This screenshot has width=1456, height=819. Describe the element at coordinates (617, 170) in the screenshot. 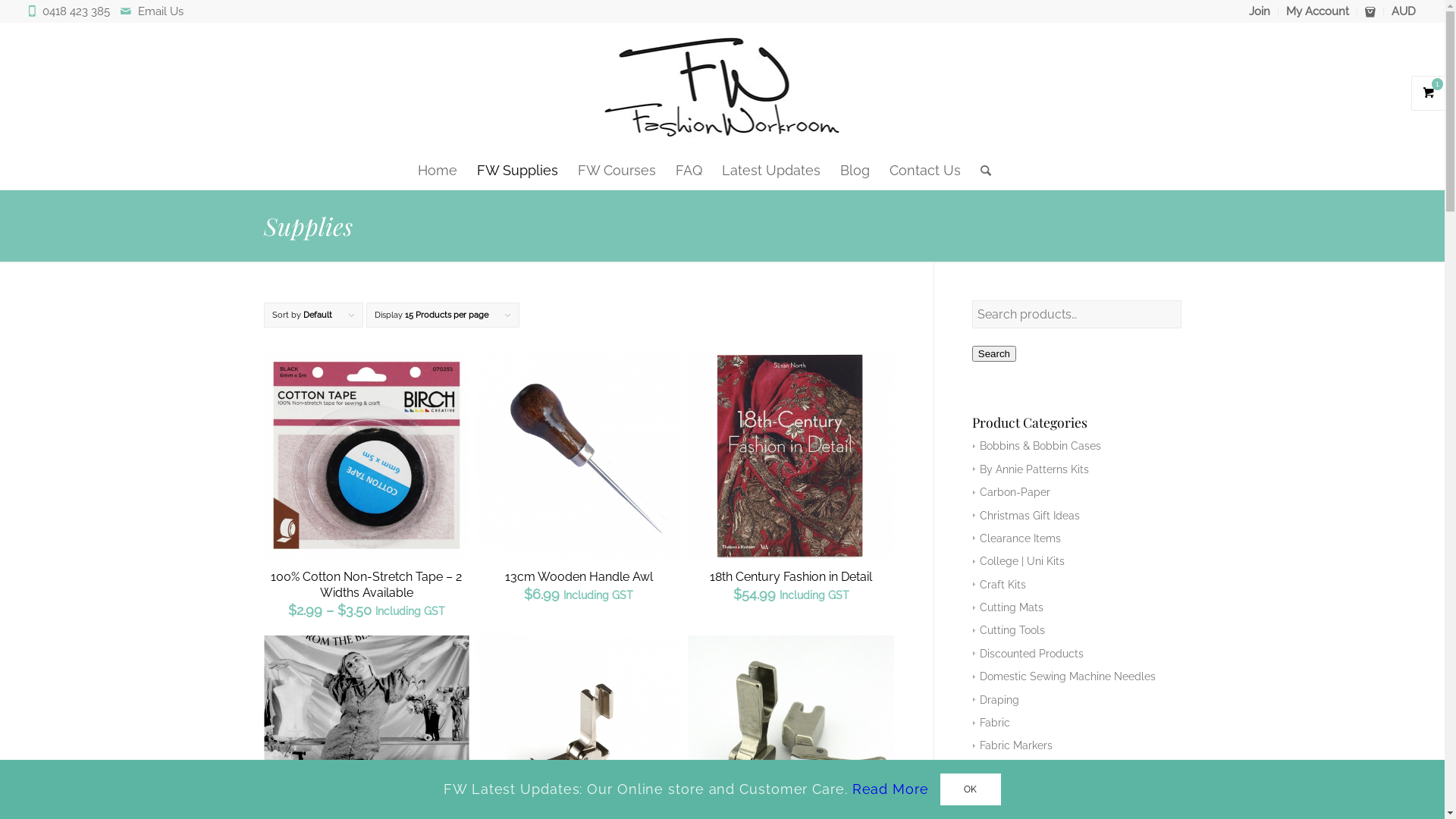

I see `'FW Courses'` at that location.